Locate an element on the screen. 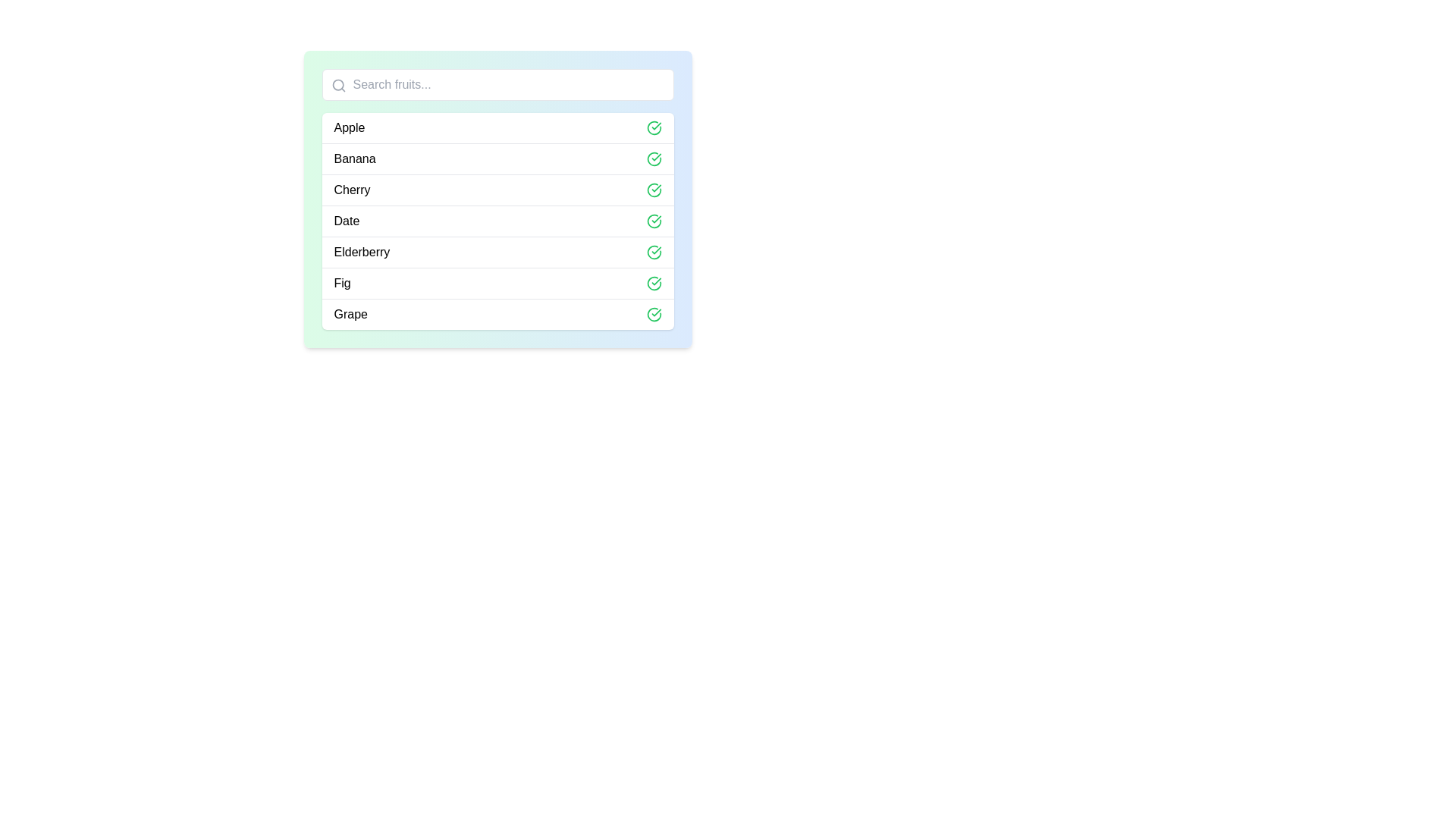 The height and width of the screenshot is (819, 1456). the circular green checkmark icon indicating confirmation, positioned to the right of the text 'Fig' is located at coordinates (654, 284).